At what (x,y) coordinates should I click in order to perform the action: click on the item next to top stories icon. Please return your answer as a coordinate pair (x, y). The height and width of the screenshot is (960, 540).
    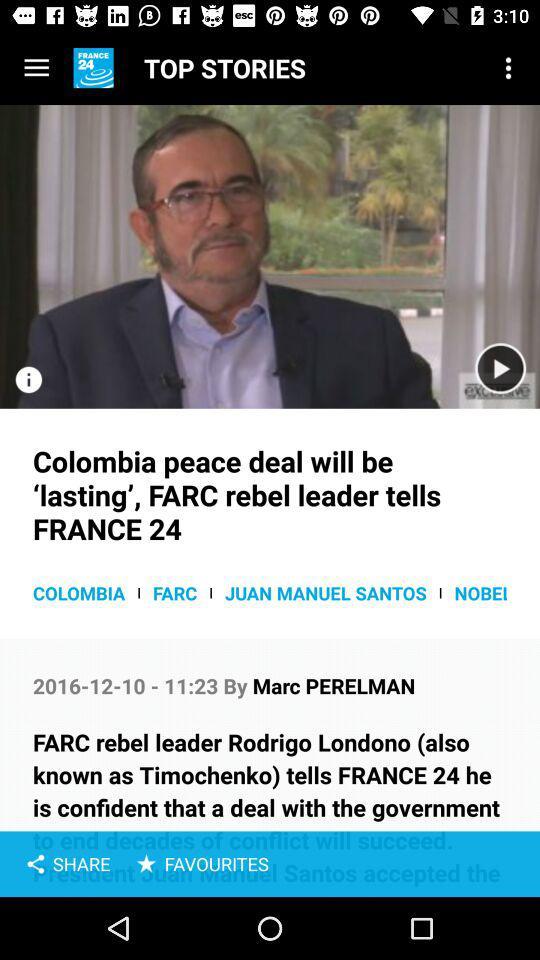
    Looking at the image, I should click on (508, 68).